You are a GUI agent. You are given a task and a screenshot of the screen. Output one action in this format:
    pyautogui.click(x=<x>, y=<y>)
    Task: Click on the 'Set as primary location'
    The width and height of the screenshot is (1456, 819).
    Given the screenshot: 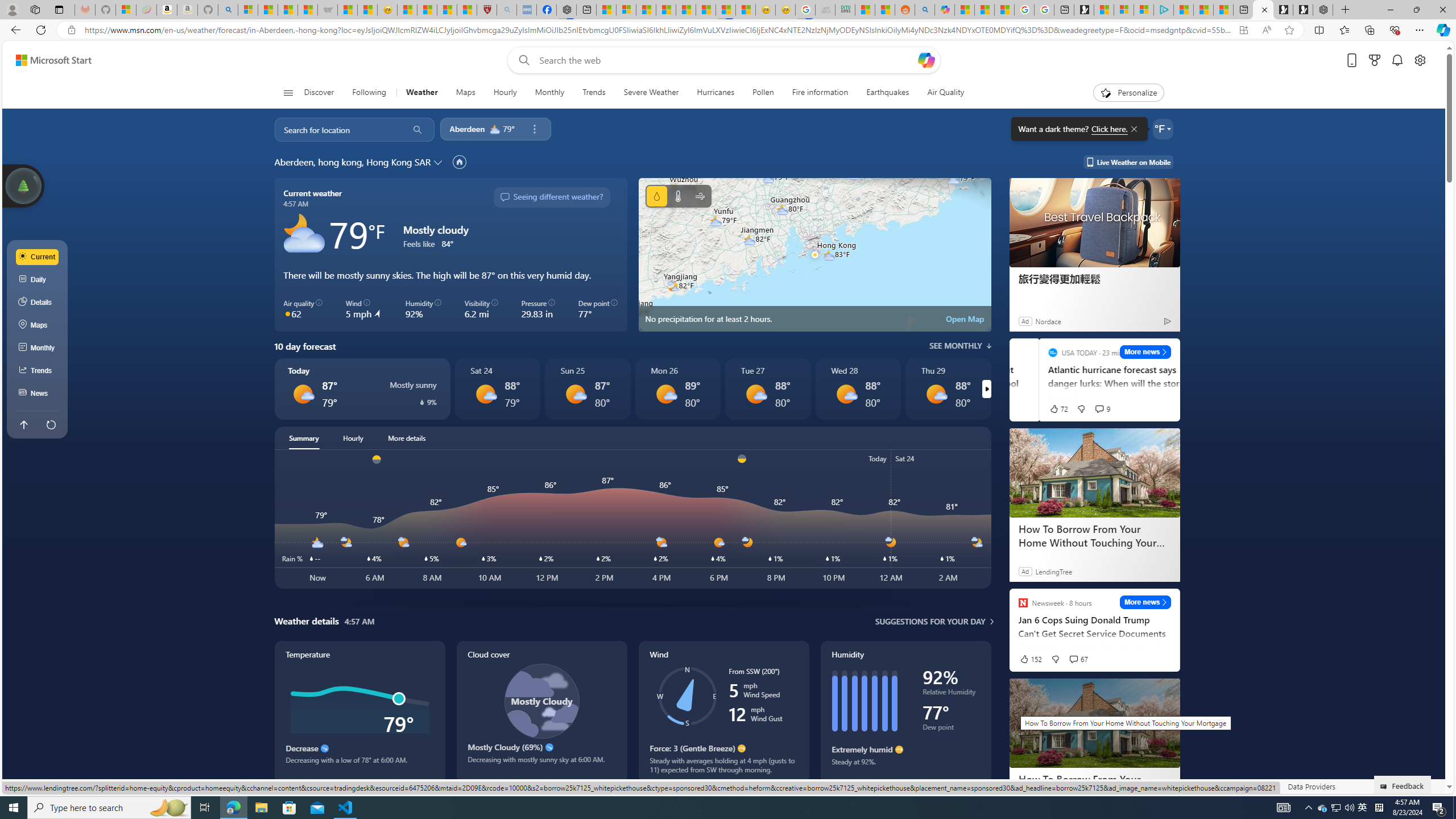 What is the action you would take?
    pyautogui.click(x=459, y=162)
    